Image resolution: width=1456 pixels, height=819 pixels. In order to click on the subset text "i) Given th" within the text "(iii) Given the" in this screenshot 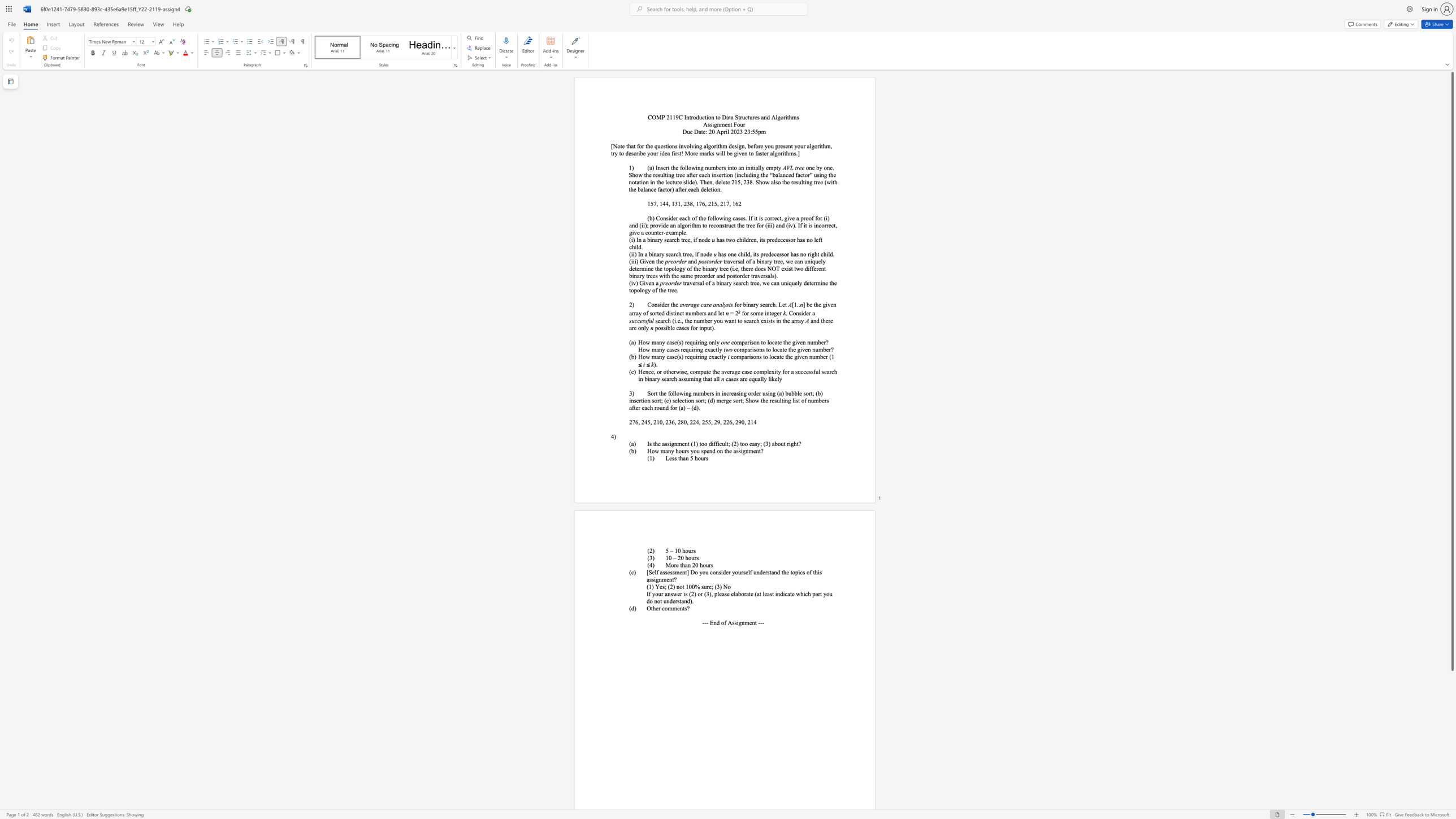, I will do `click(634, 261)`.